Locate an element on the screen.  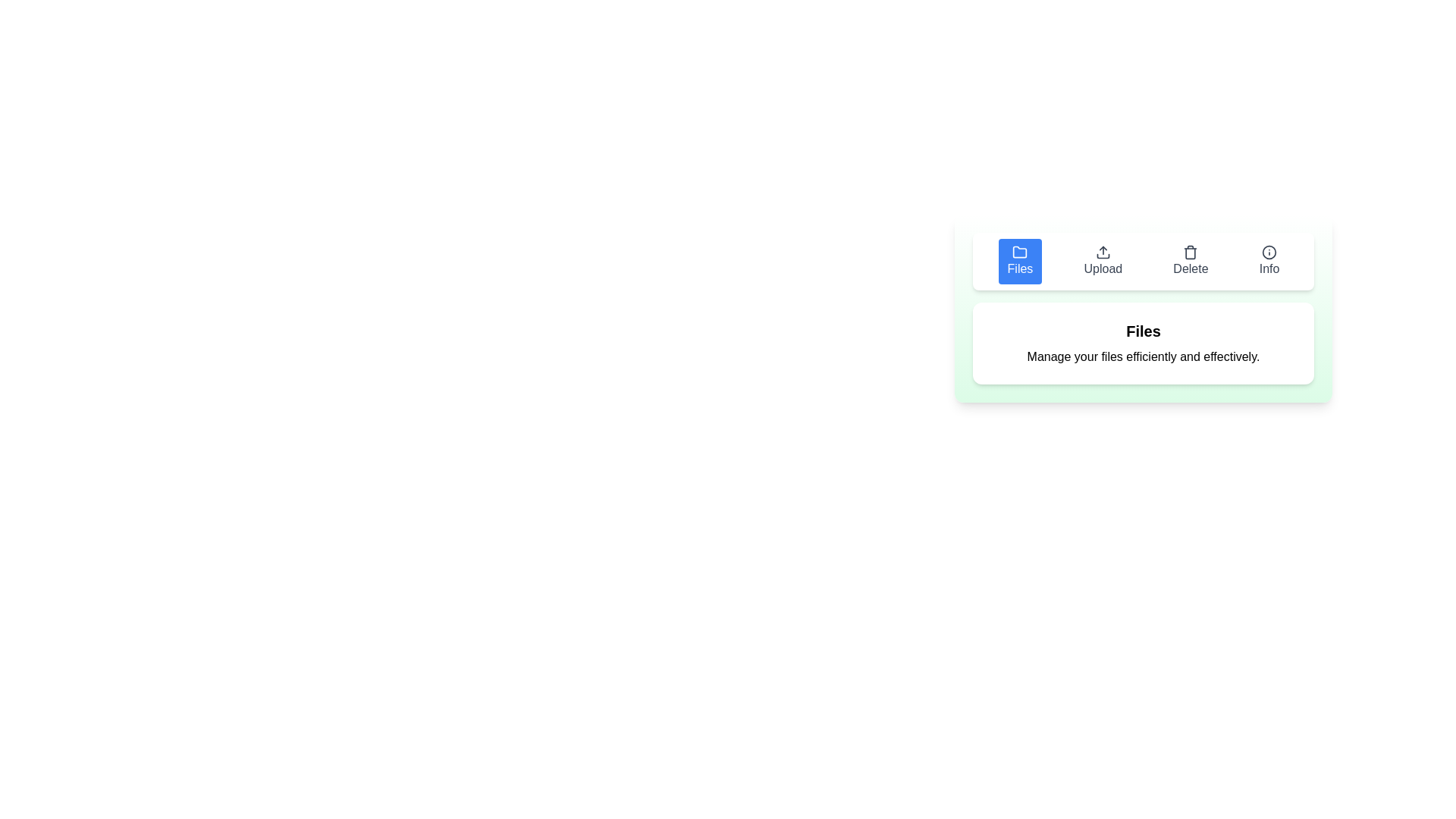
the tab button labeled Files to observe its hover effect is located at coordinates (1020, 260).